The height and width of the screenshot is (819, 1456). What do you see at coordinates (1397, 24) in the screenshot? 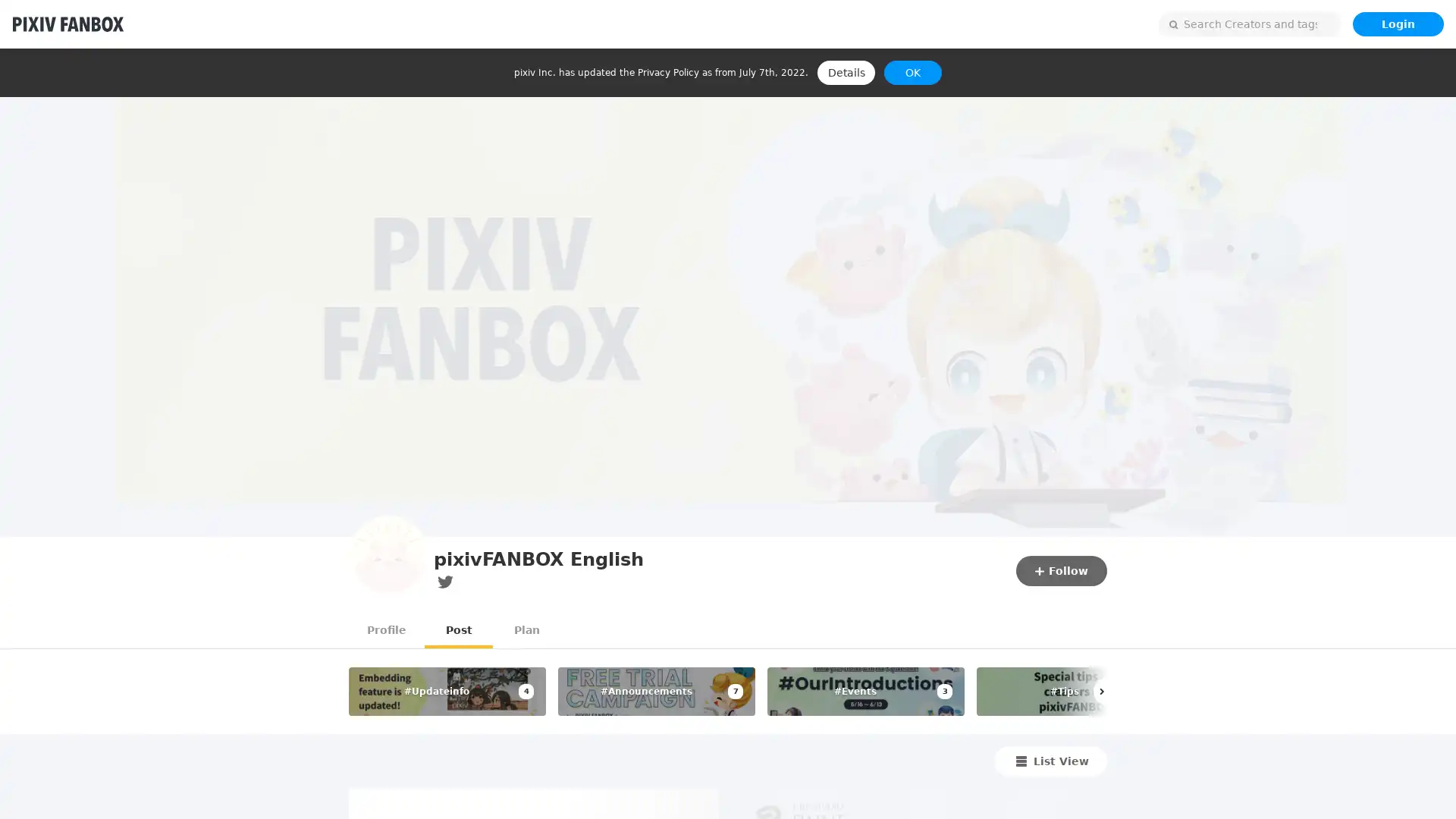
I see `Login` at bounding box center [1397, 24].